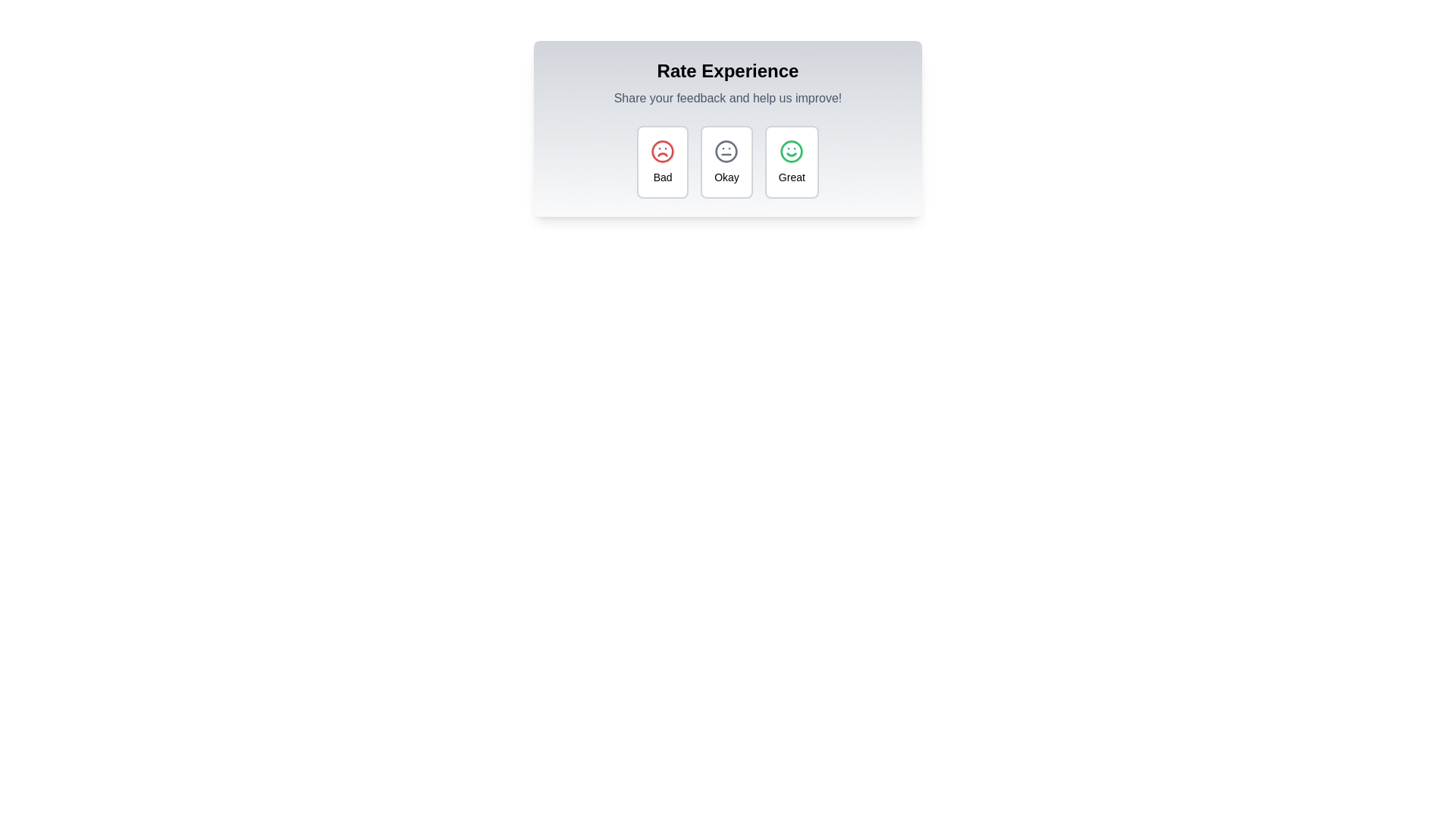  Describe the element at coordinates (663, 152) in the screenshot. I see `the 'Bad' feedback icon, which is the leftmost option in the feedback row below the 'Rate Experience' heading, to understand its message of dissatisfaction` at that location.